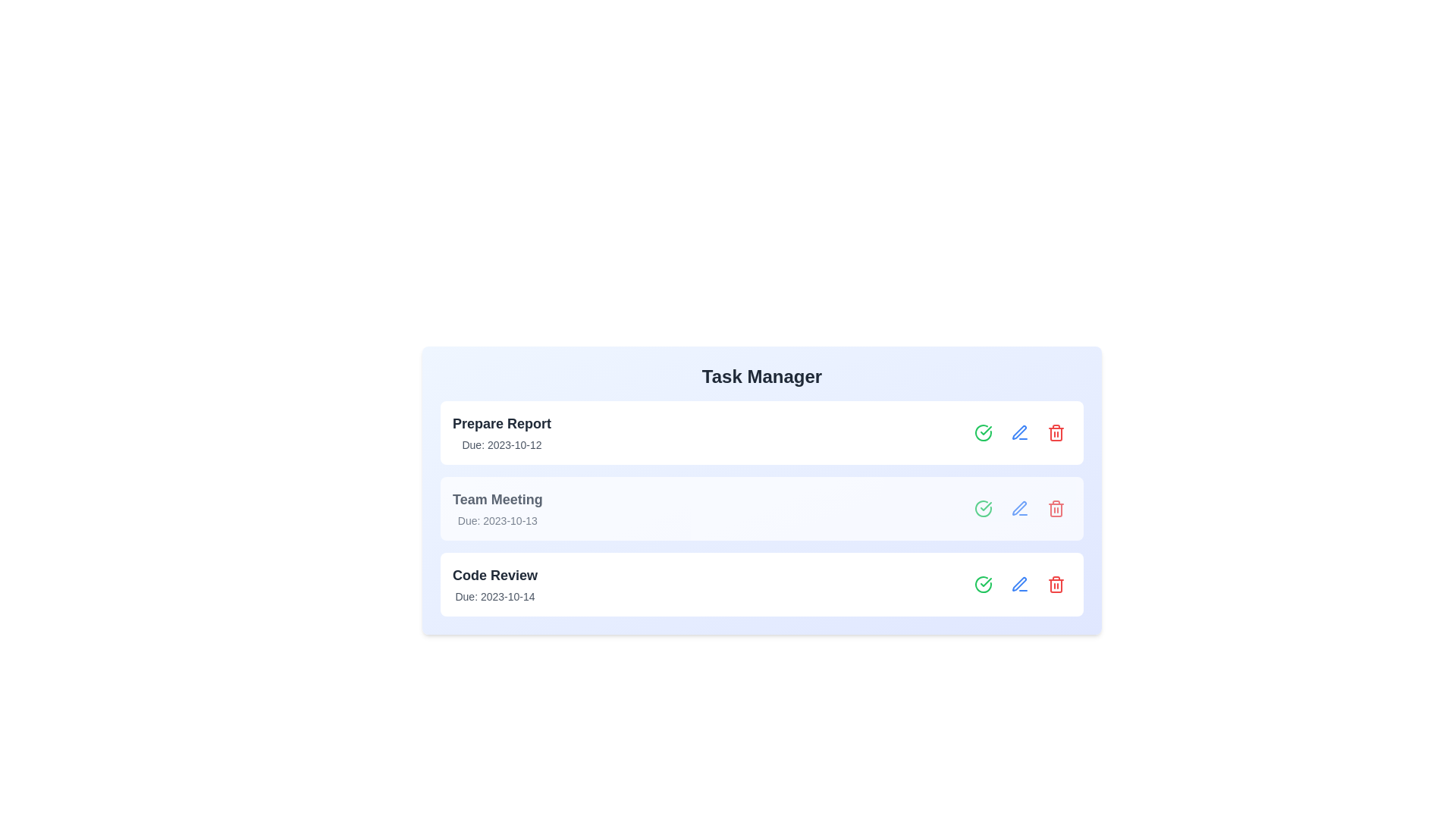 This screenshot has height=819, width=1456. What do you see at coordinates (761, 584) in the screenshot?
I see `the task Code Review to inspect its hover effect` at bounding box center [761, 584].